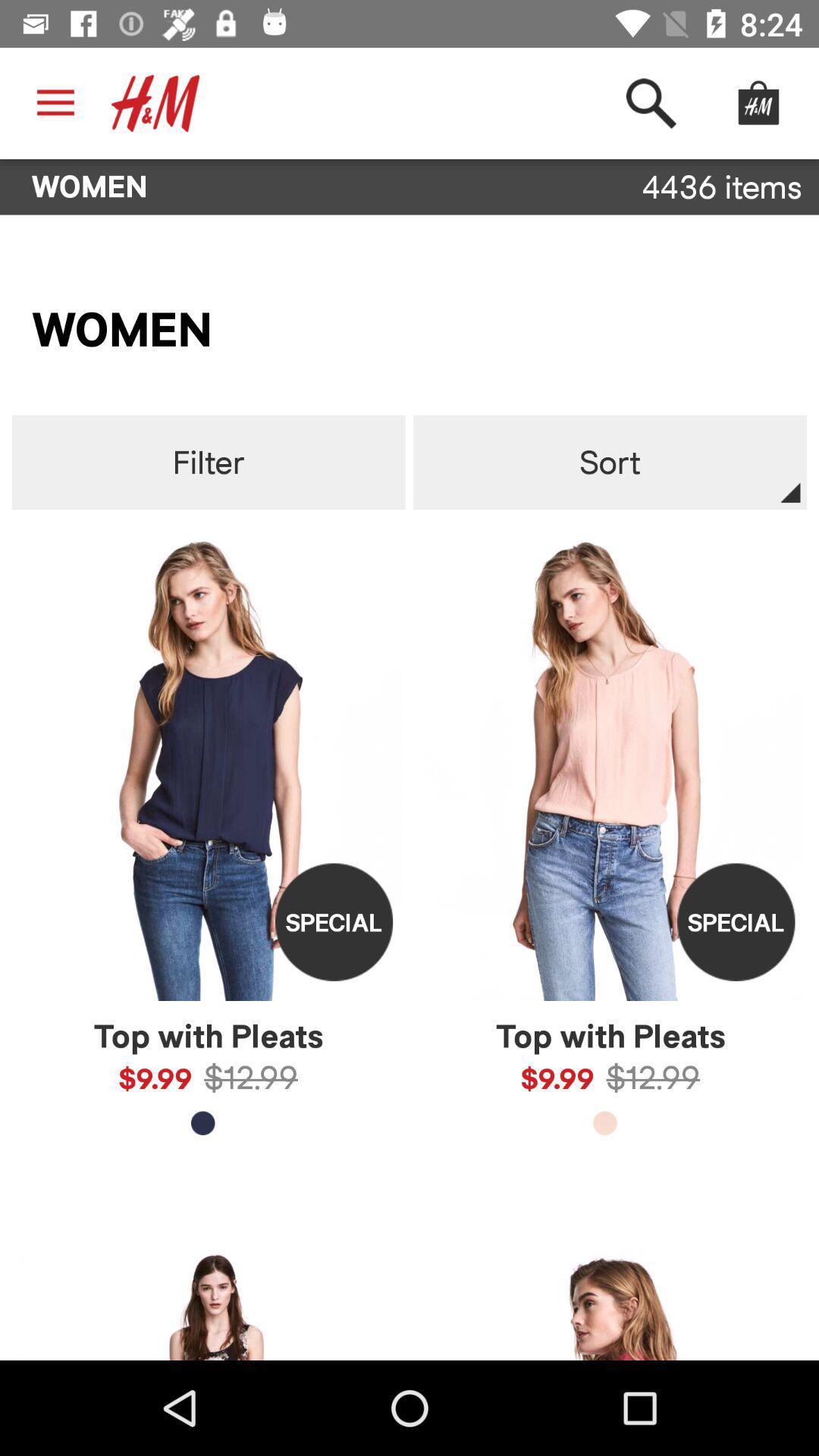 Image resolution: width=819 pixels, height=1456 pixels. I want to click on the icon above women, so click(155, 102).